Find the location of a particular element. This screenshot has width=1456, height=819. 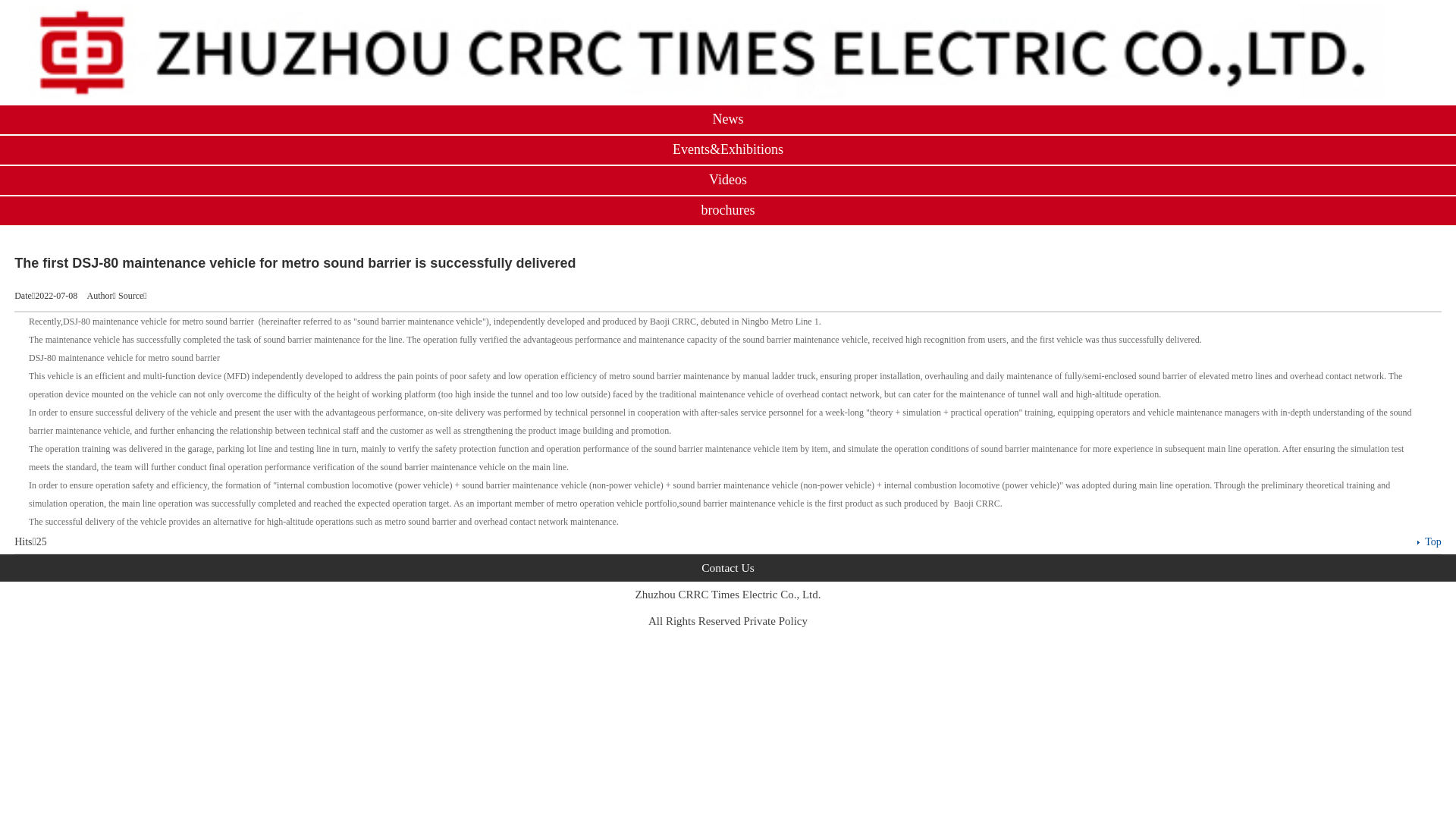

'brochures' is located at coordinates (726, 210).